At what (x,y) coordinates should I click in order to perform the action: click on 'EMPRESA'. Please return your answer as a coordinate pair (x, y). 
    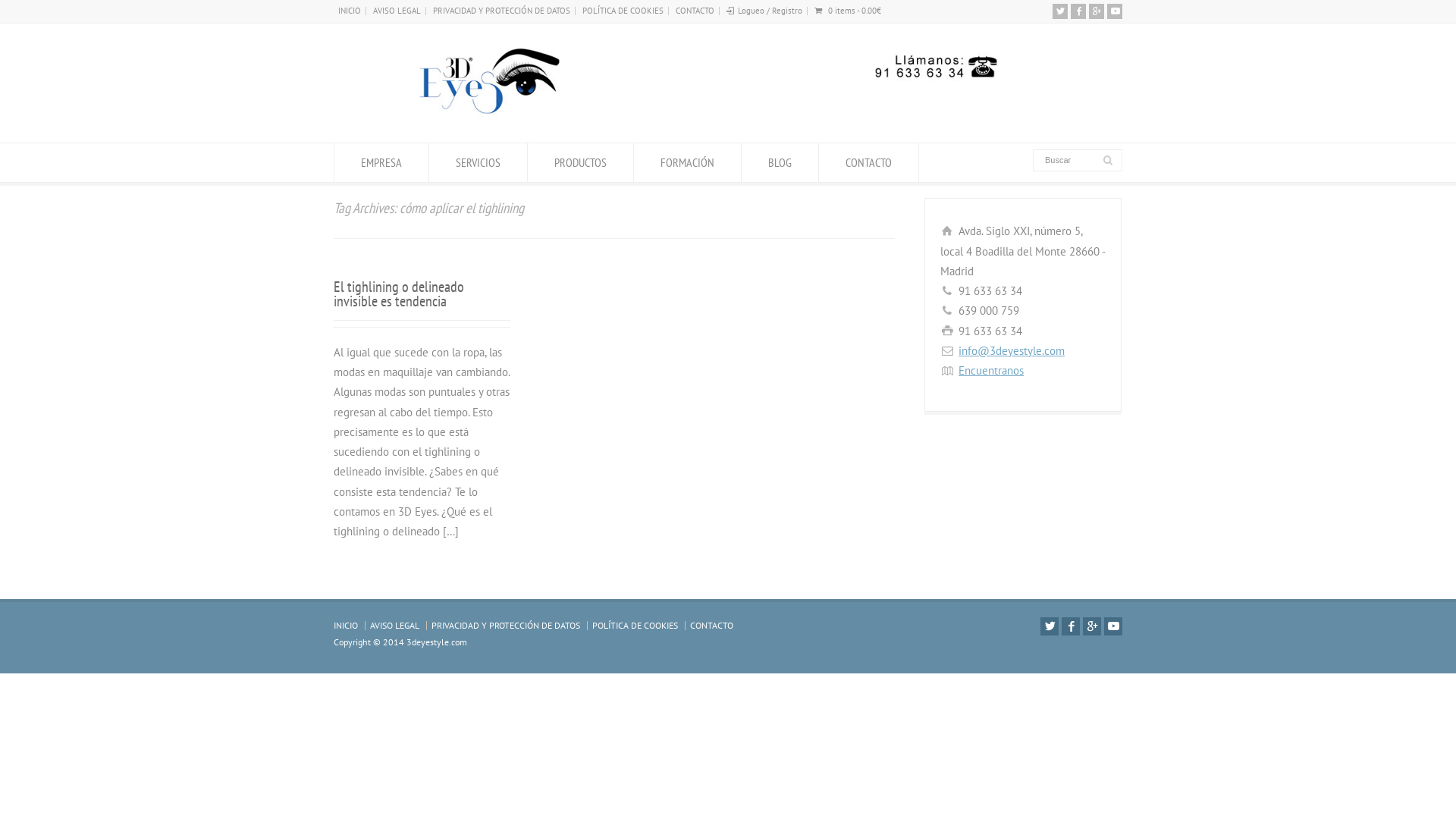
    Looking at the image, I should click on (334, 162).